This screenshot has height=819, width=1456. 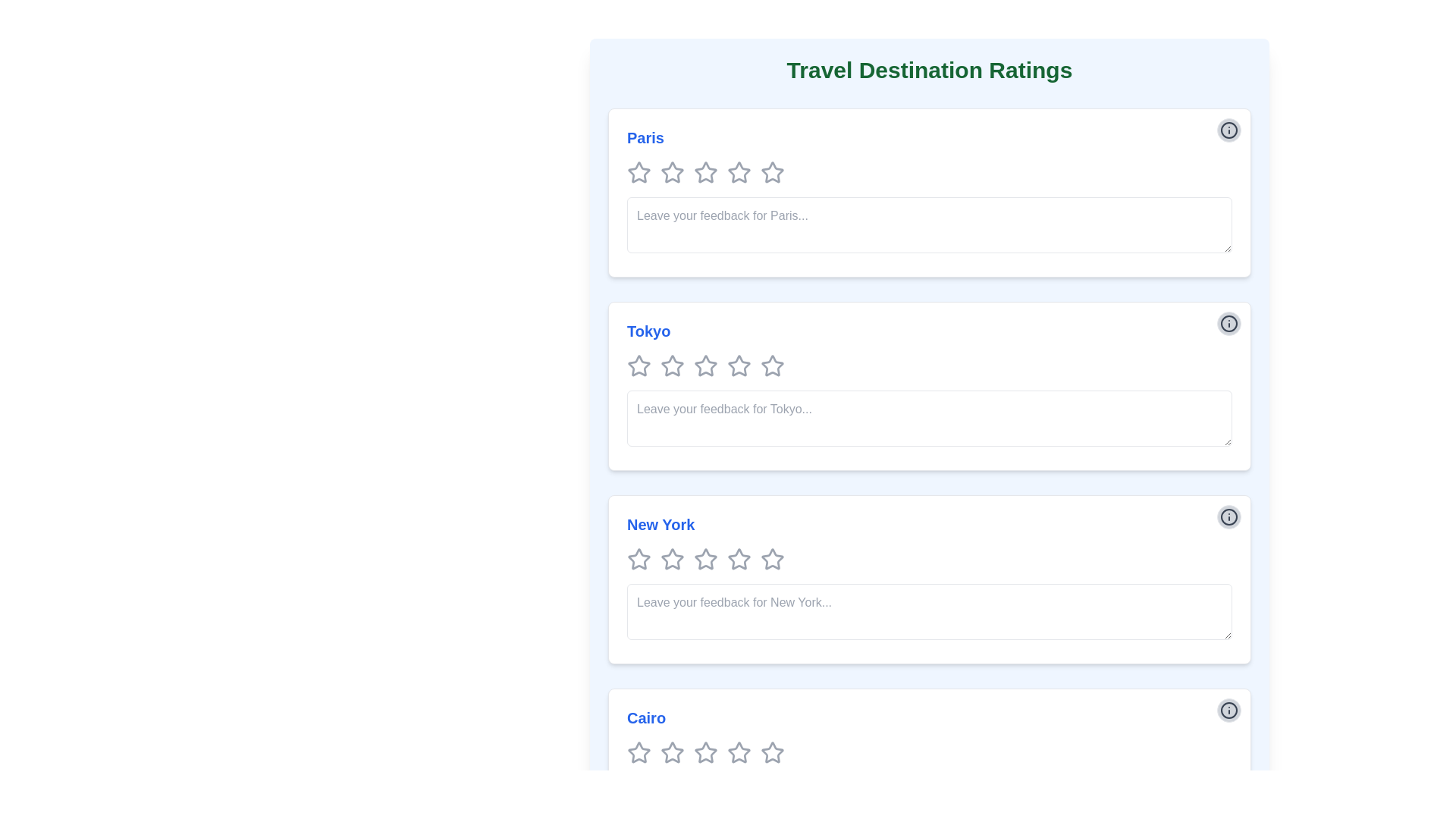 I want to click on the third rating star icon, so click(x=772, y=559).